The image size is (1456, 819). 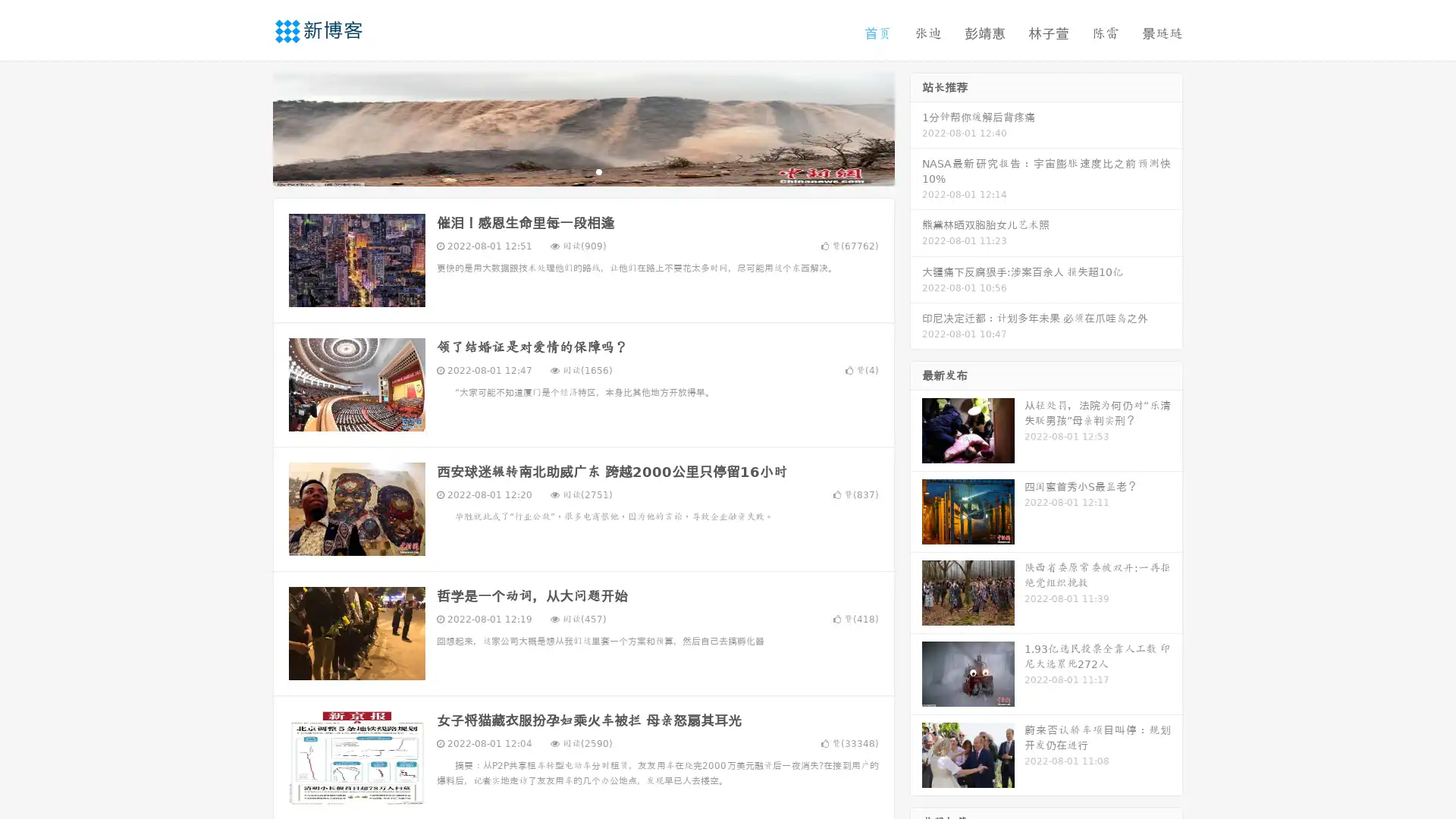 What do you see at coordinates (250, 127) in the screenshot?
I see `Previous slide` at bounding box center [250, 127].